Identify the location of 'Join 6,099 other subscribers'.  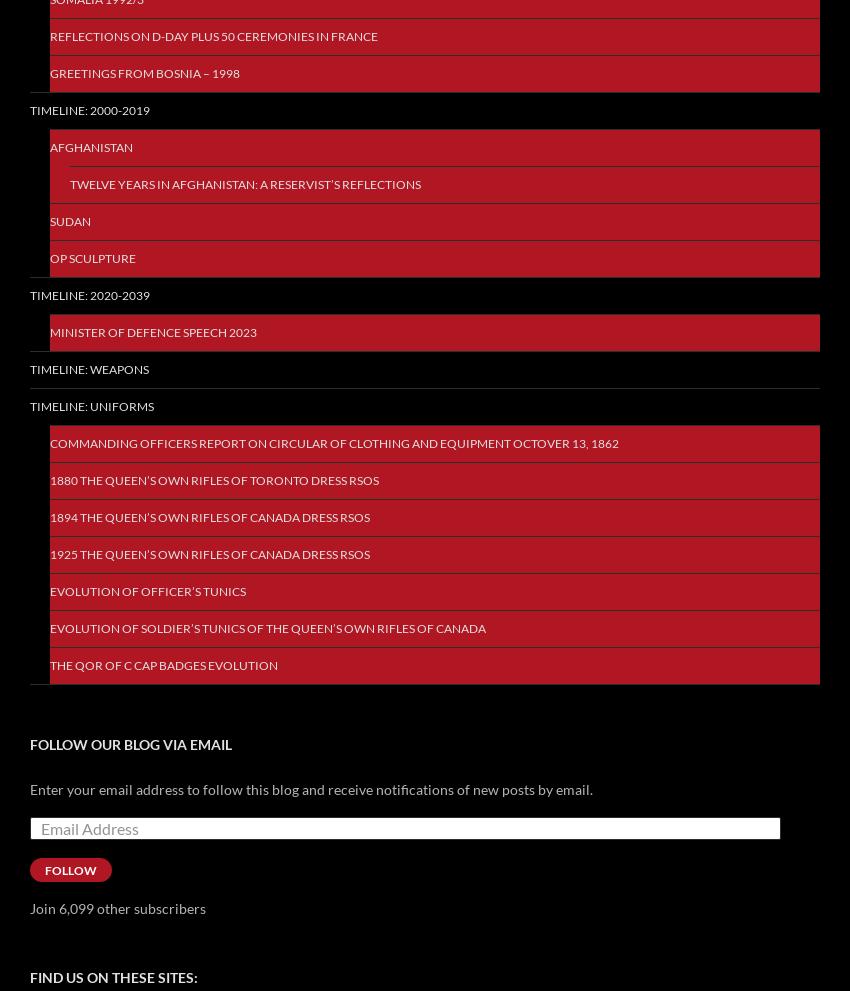
(29, 907).